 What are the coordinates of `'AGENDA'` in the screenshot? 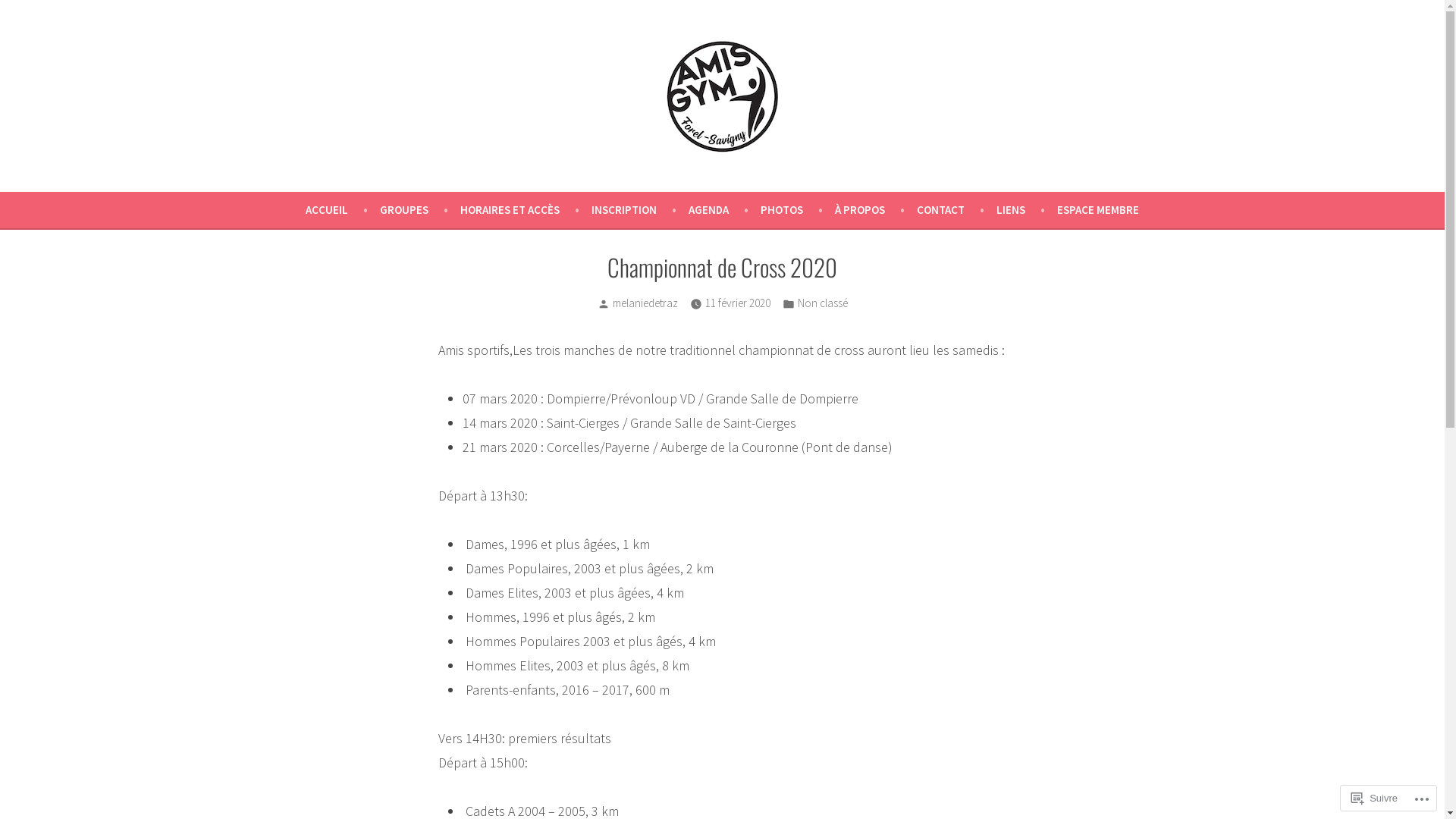 It's located at (723, 210).